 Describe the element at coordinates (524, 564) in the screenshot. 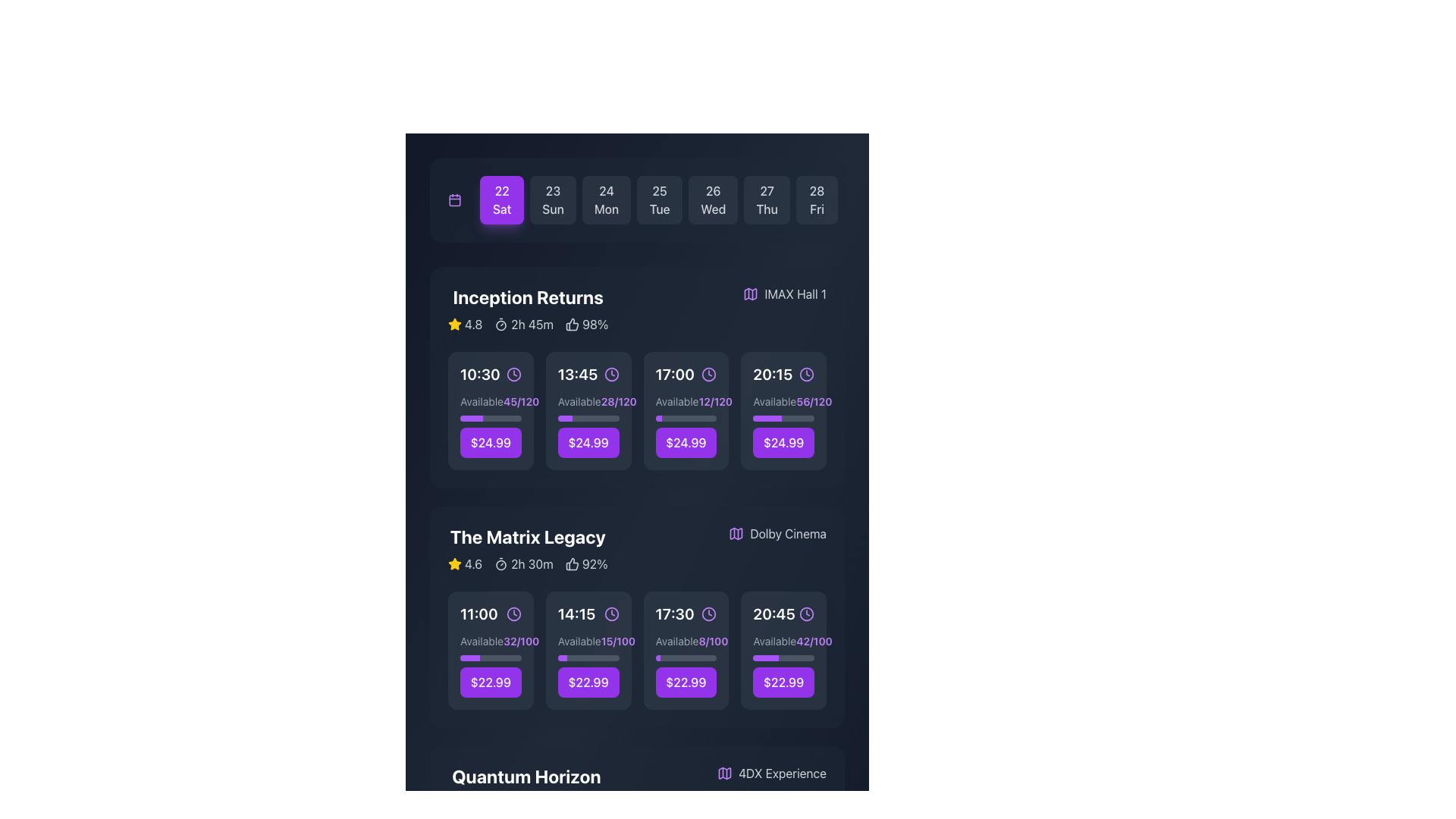

I see `the duration label element, which consists of an icon and a text label, located under 'The Matrix Legacy' title, between the movie rating and percentage approval` at that location.